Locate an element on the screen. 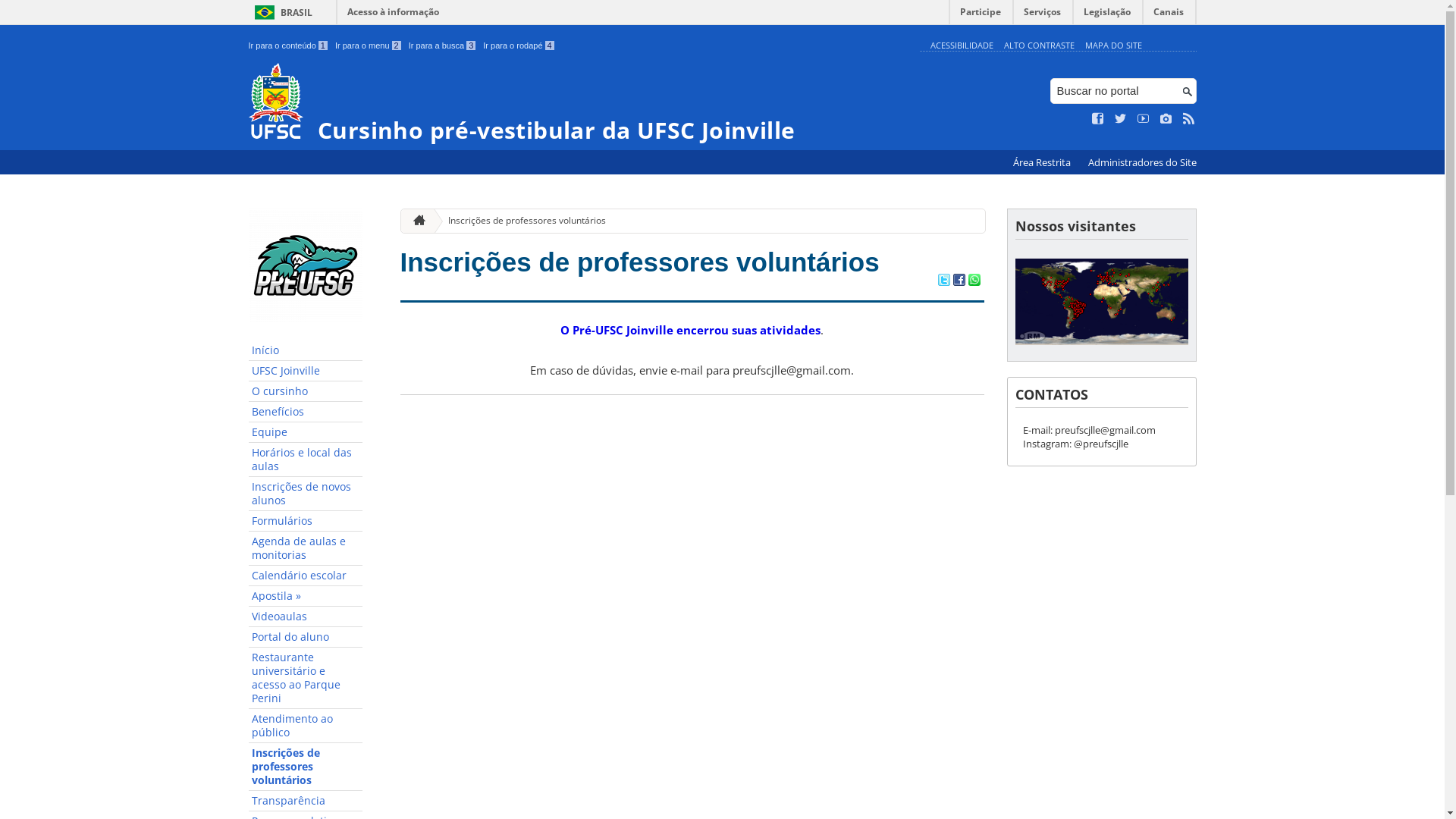  'Videoaulas' is located at coordinates (305, 617).